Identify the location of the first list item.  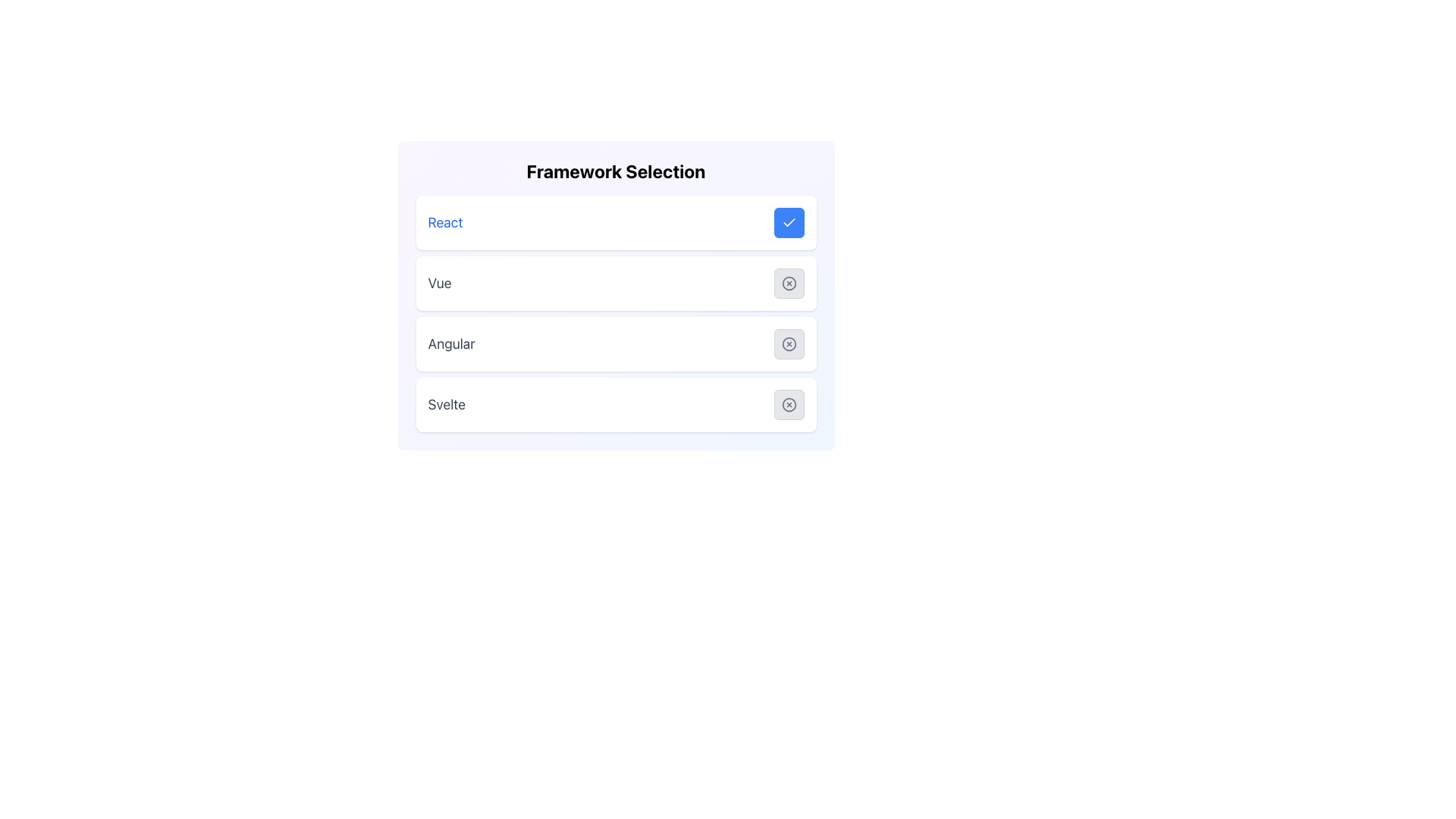
(616, 222).